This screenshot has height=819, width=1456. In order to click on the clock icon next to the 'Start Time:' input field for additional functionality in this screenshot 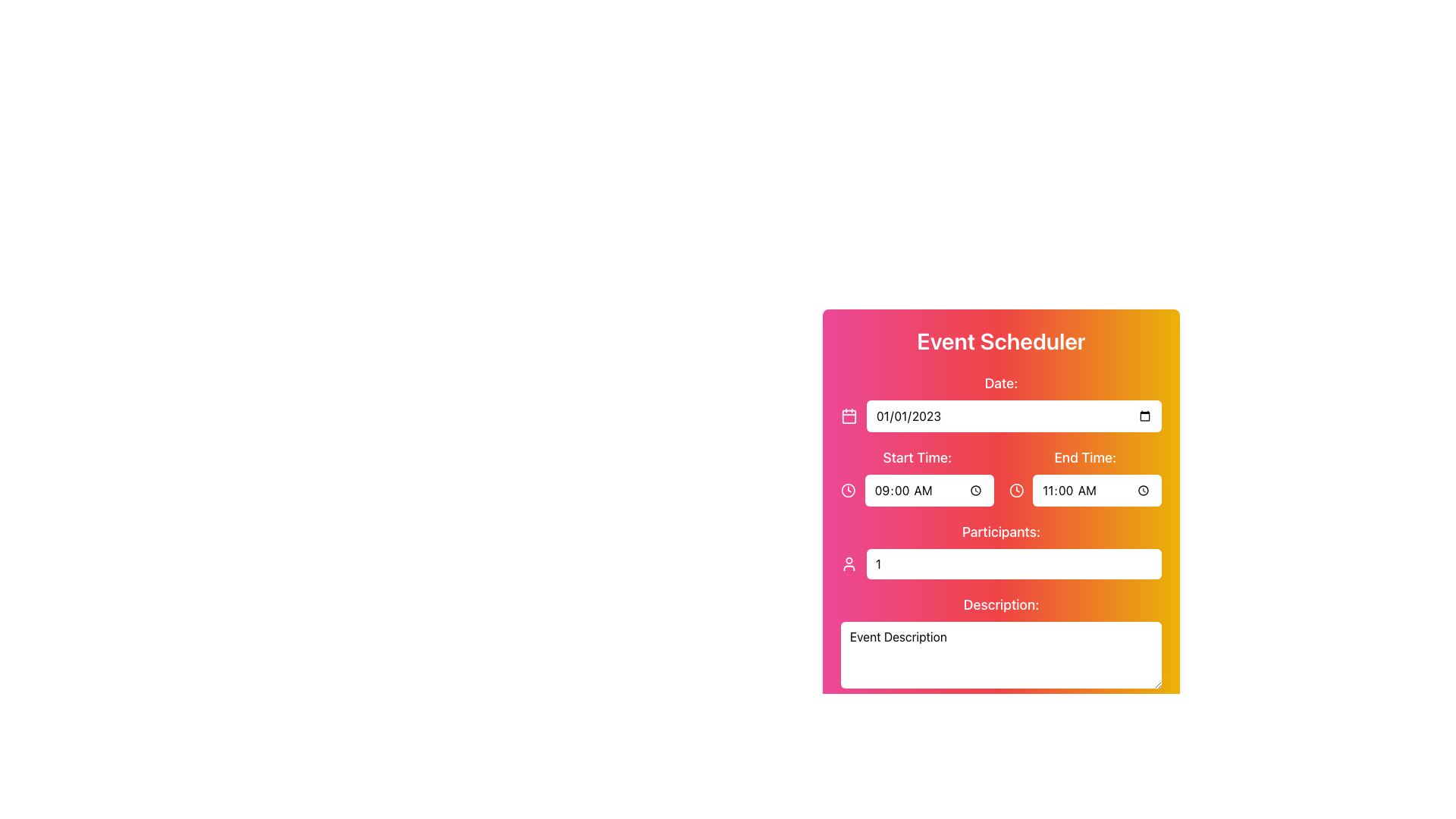, I will do `click(916, 475)`.